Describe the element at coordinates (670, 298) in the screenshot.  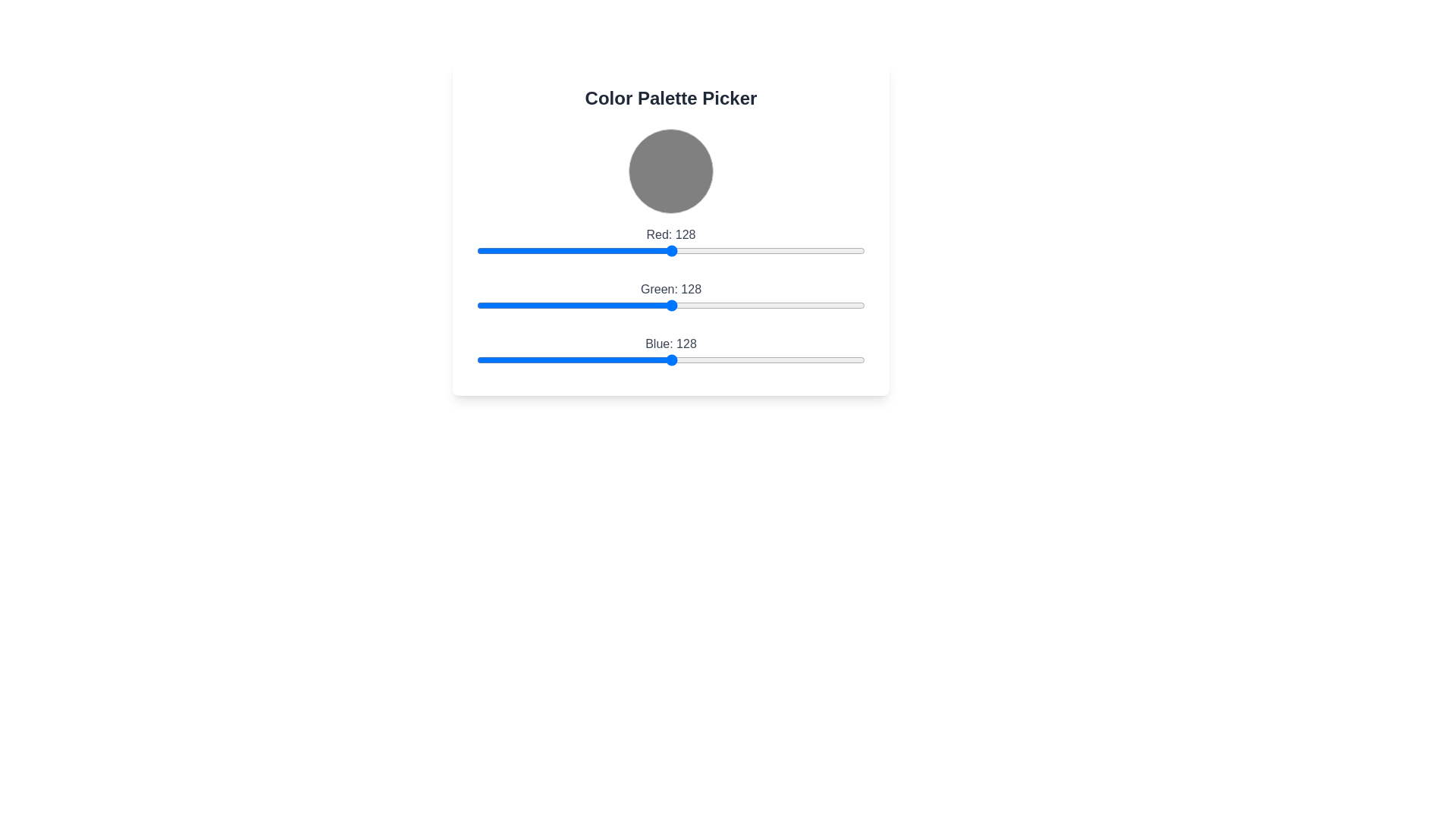
I see `the blue handle of the 'Green: 128' range slider` at that location.